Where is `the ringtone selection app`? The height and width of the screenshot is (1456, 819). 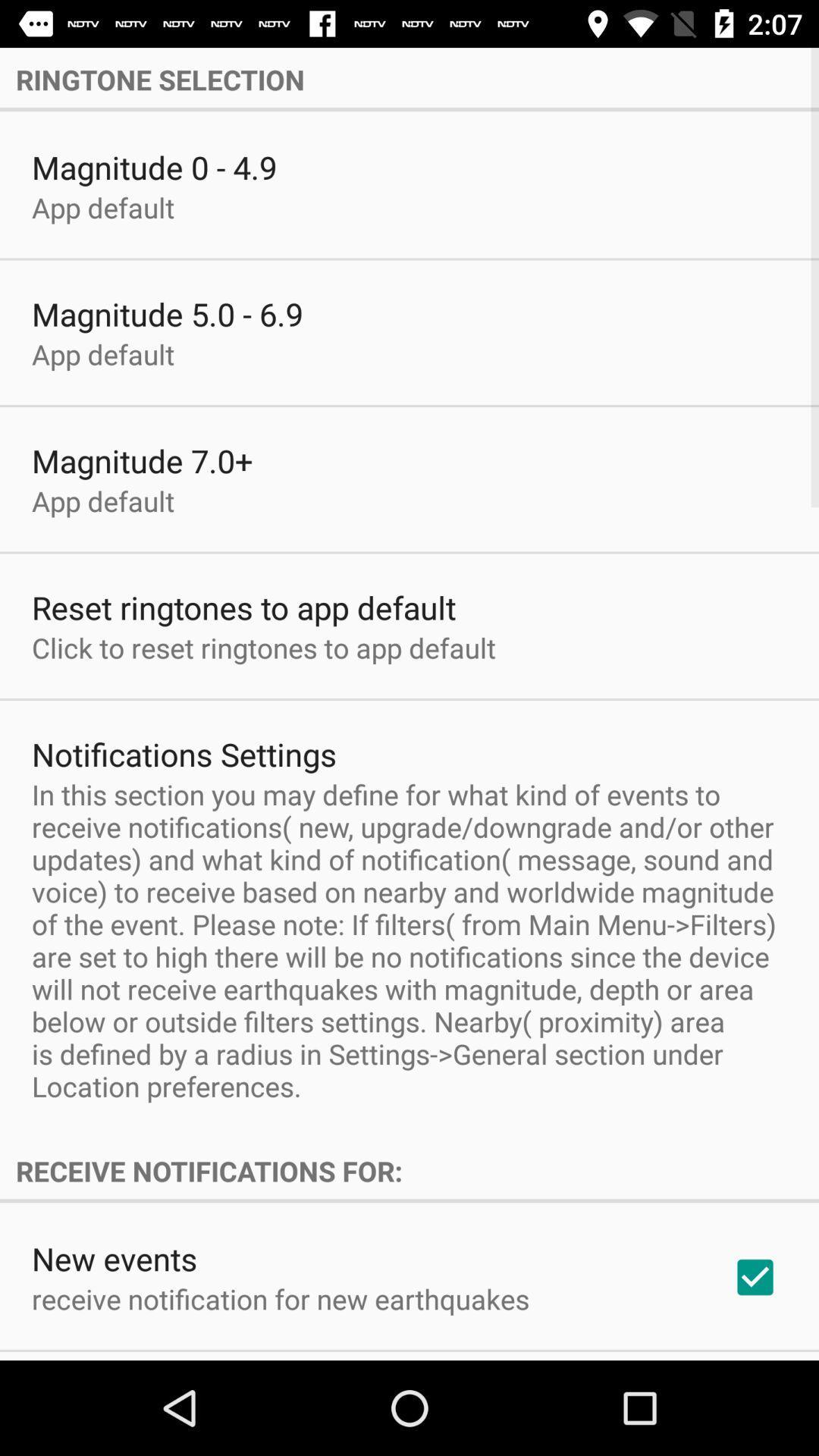
the ringtone selection app is located at coordinates (409, 79).